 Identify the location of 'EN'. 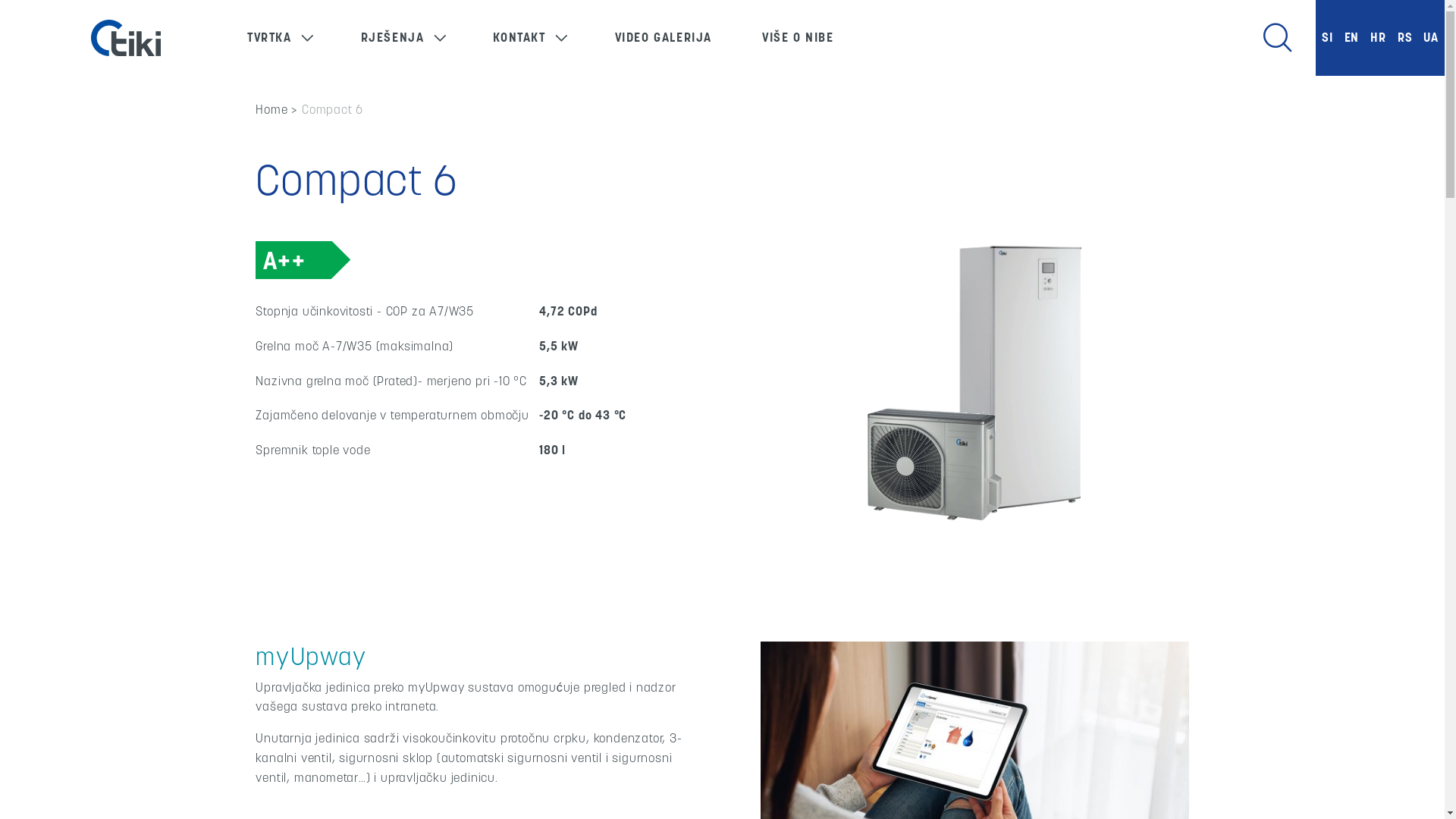
(1351, 37).